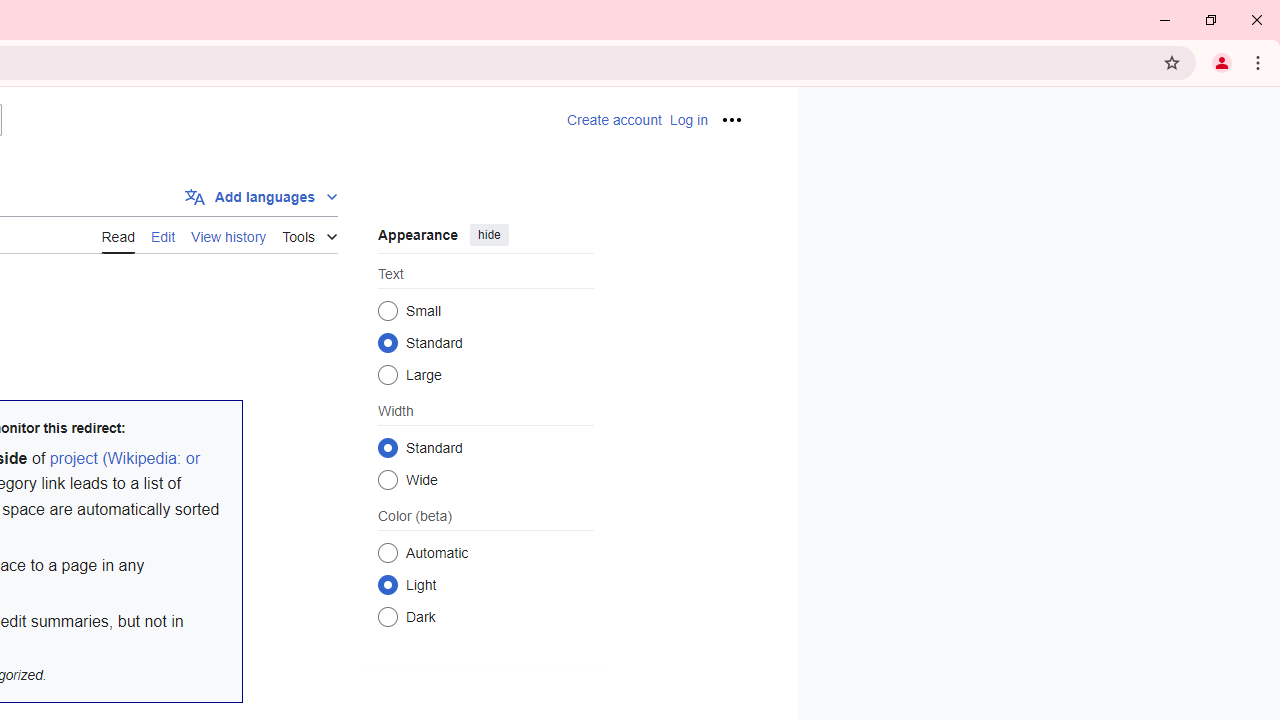  Describe the element at coordinates (1165, 20) in the screenshot. I see `'Minimize'` at that location.